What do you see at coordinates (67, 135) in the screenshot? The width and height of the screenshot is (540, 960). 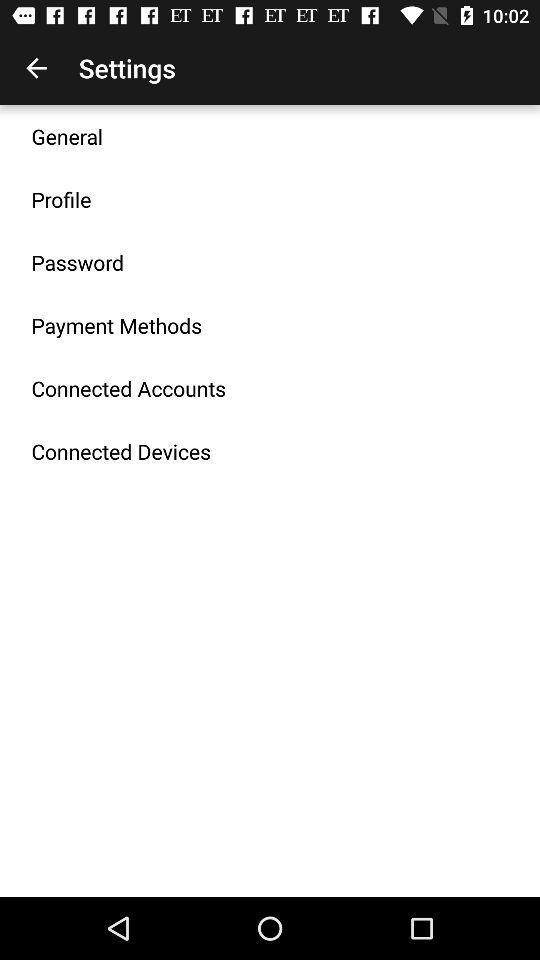 I see `item above profile` at bounding box center [67, 135].